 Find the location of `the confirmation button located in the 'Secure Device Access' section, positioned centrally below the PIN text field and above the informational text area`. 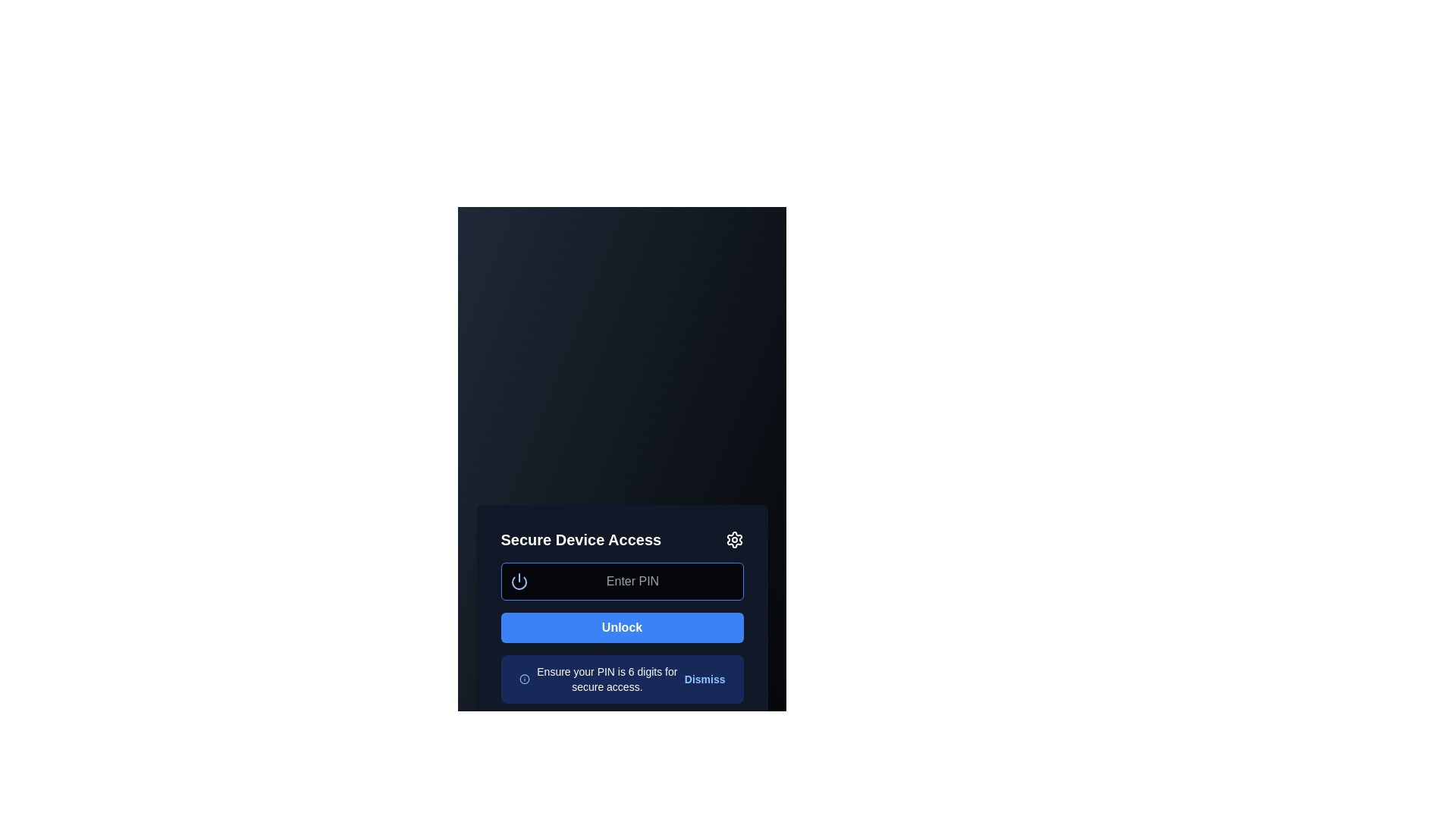

the confirmation button located in the 'Secure Device Access' section, positioned centrally below the PIN text field and above the informational text area is located at coordinates (622, 628).